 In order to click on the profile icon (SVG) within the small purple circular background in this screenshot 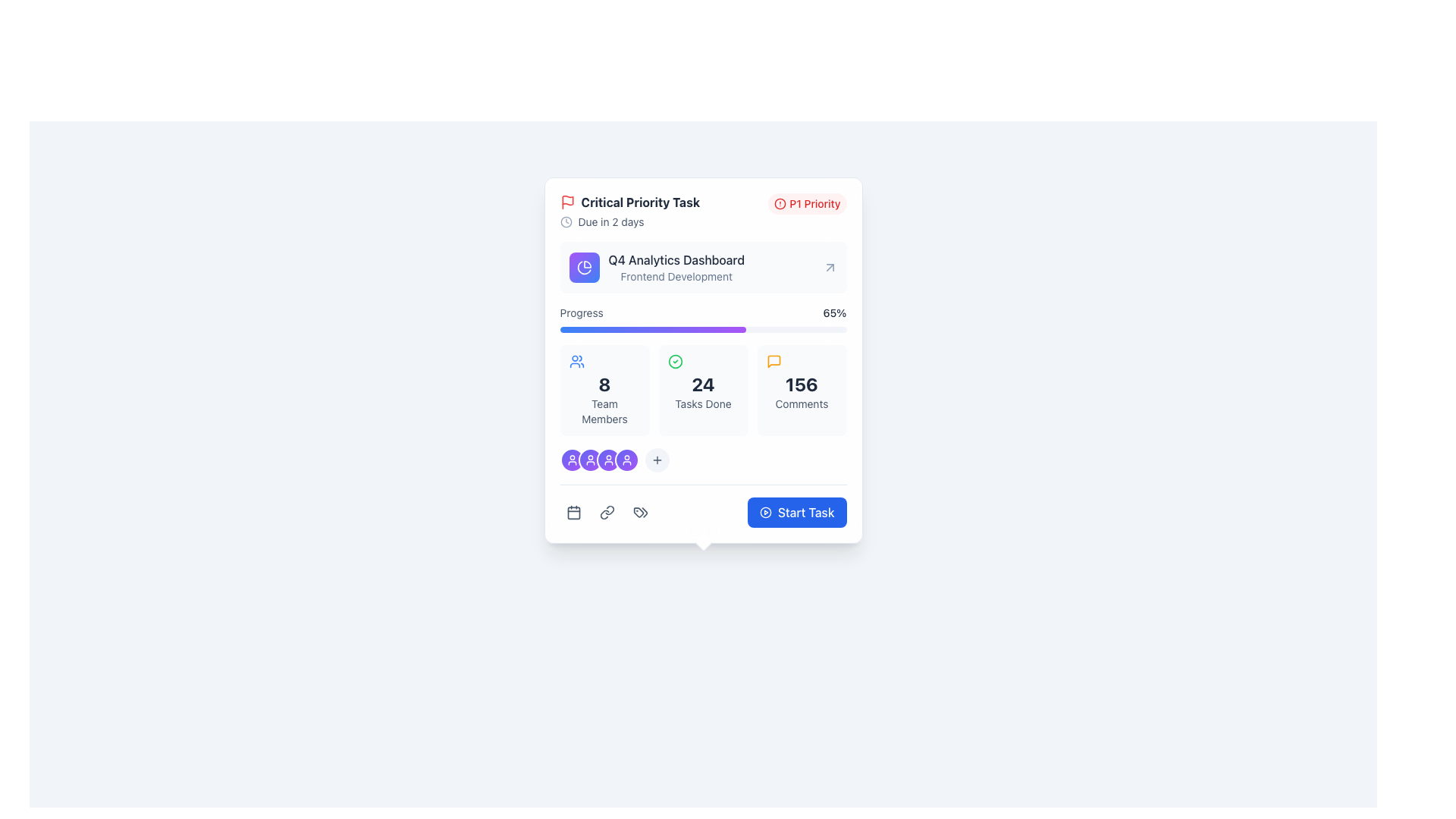, I will do `click(589, 459)`.